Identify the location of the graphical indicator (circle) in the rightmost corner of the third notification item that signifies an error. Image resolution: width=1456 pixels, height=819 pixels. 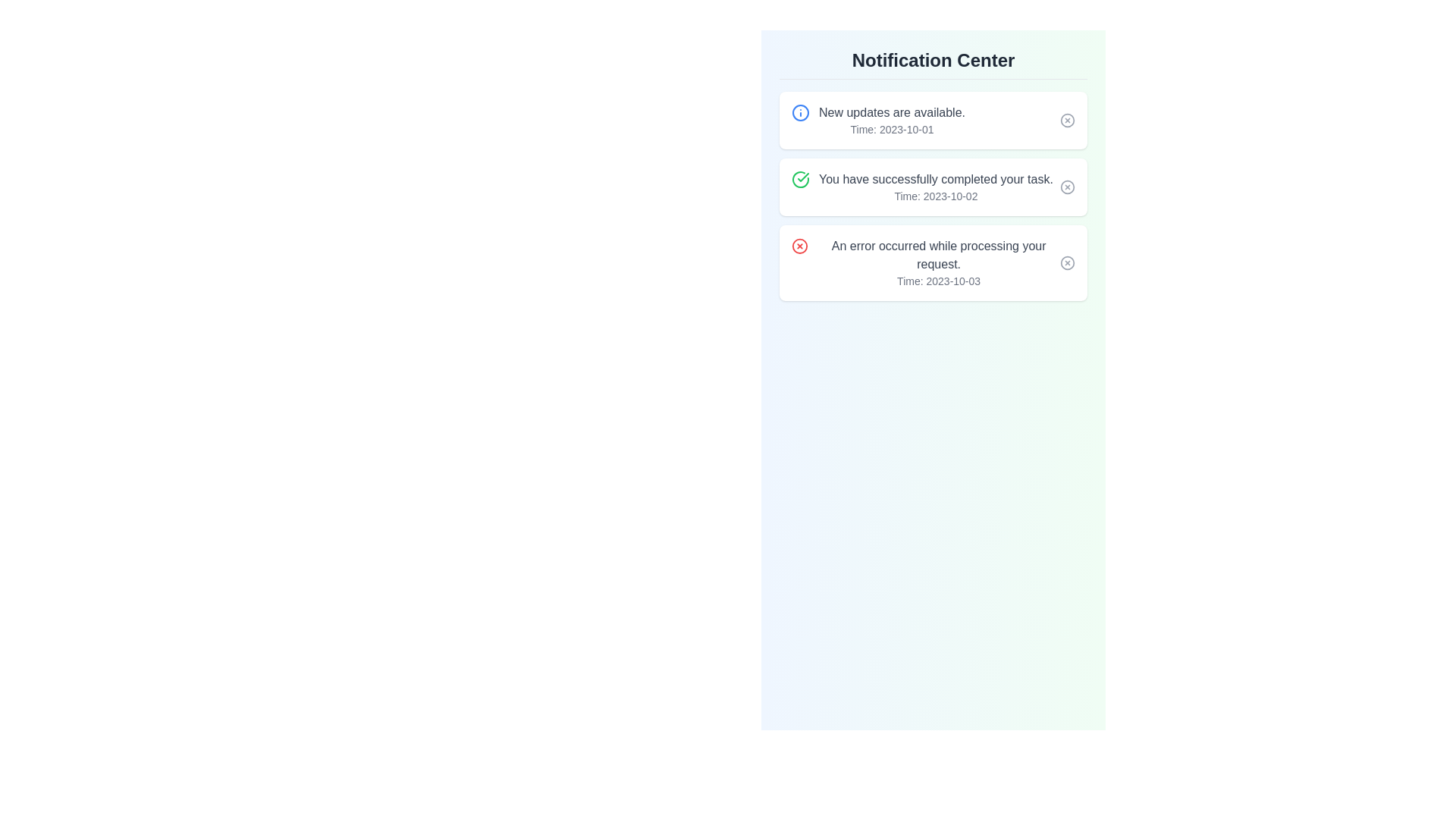
(1066, 262).